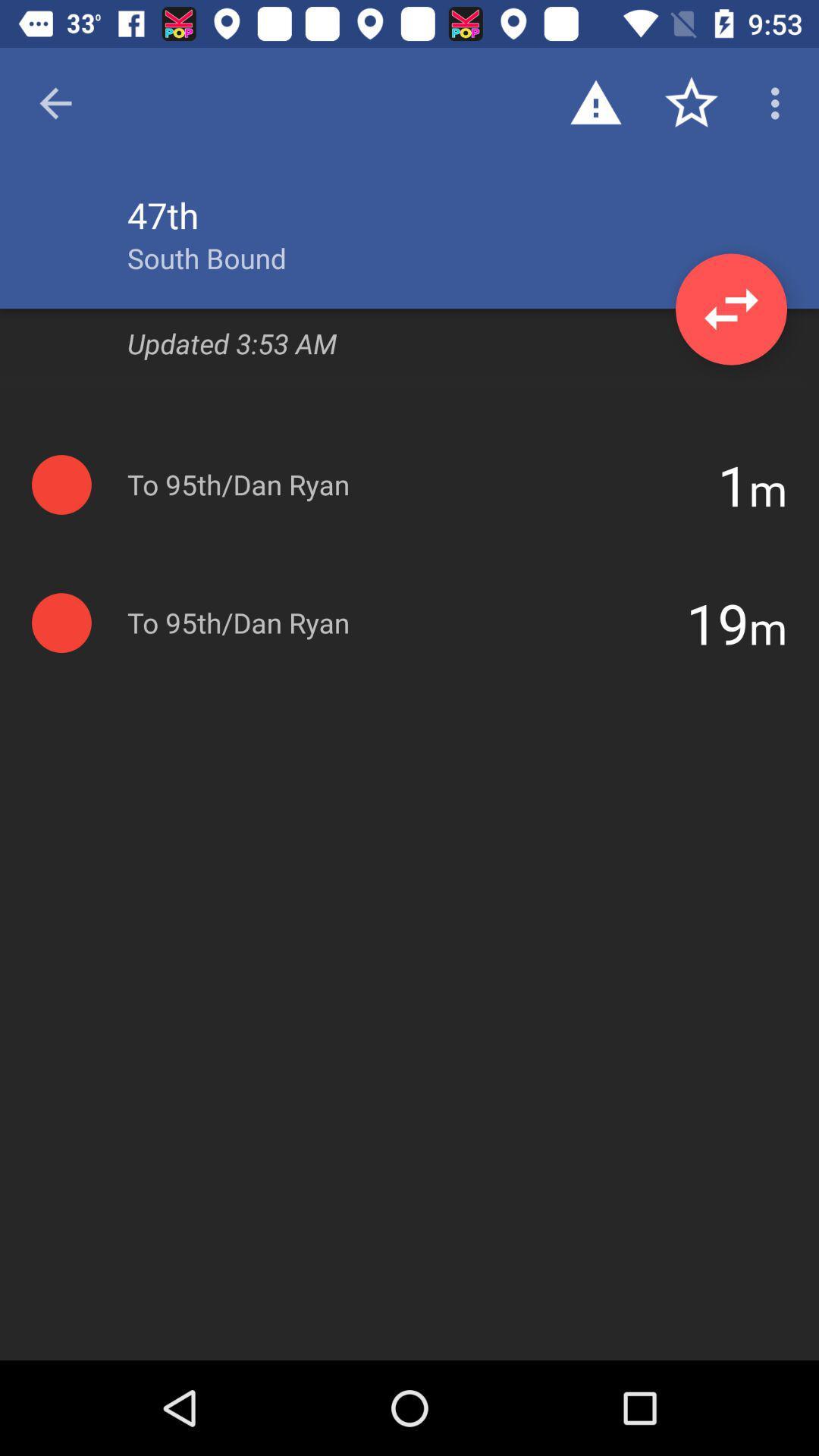  I want to click on the item to the right of the south bound, so click(730, 309).